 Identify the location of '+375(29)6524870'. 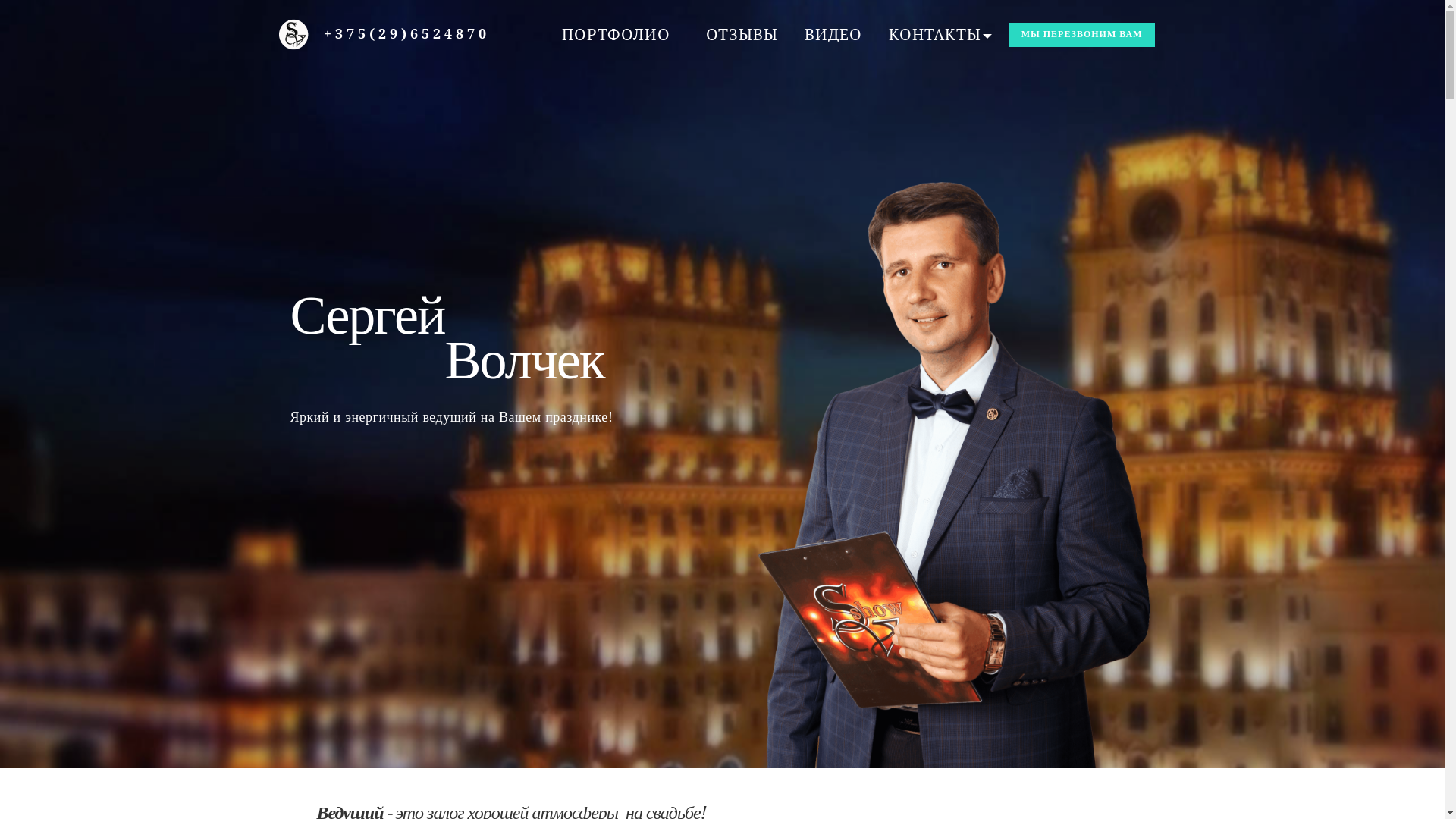
(323, 33).